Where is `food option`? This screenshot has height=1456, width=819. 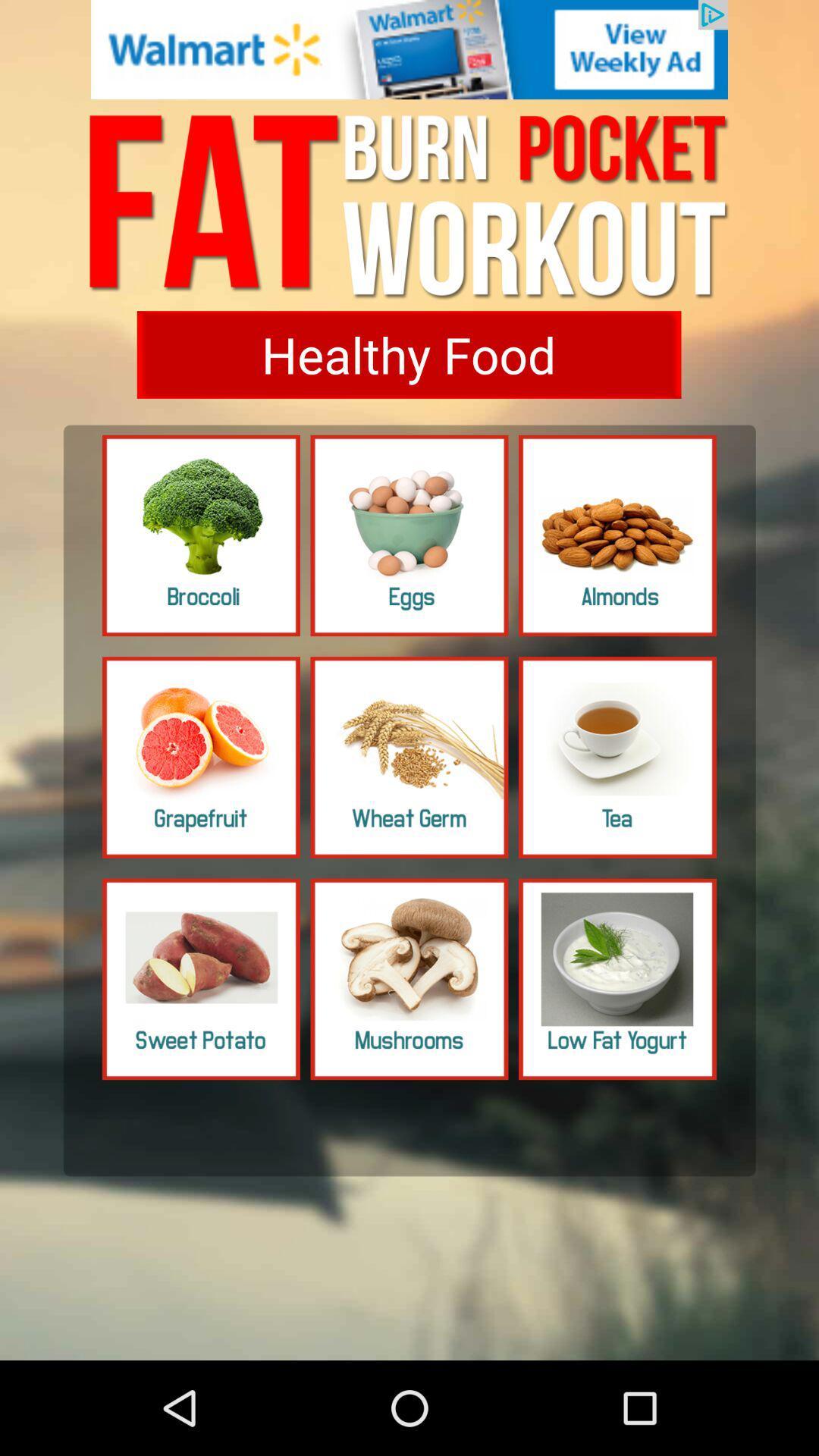 food option is located at coordinates (200, 535).